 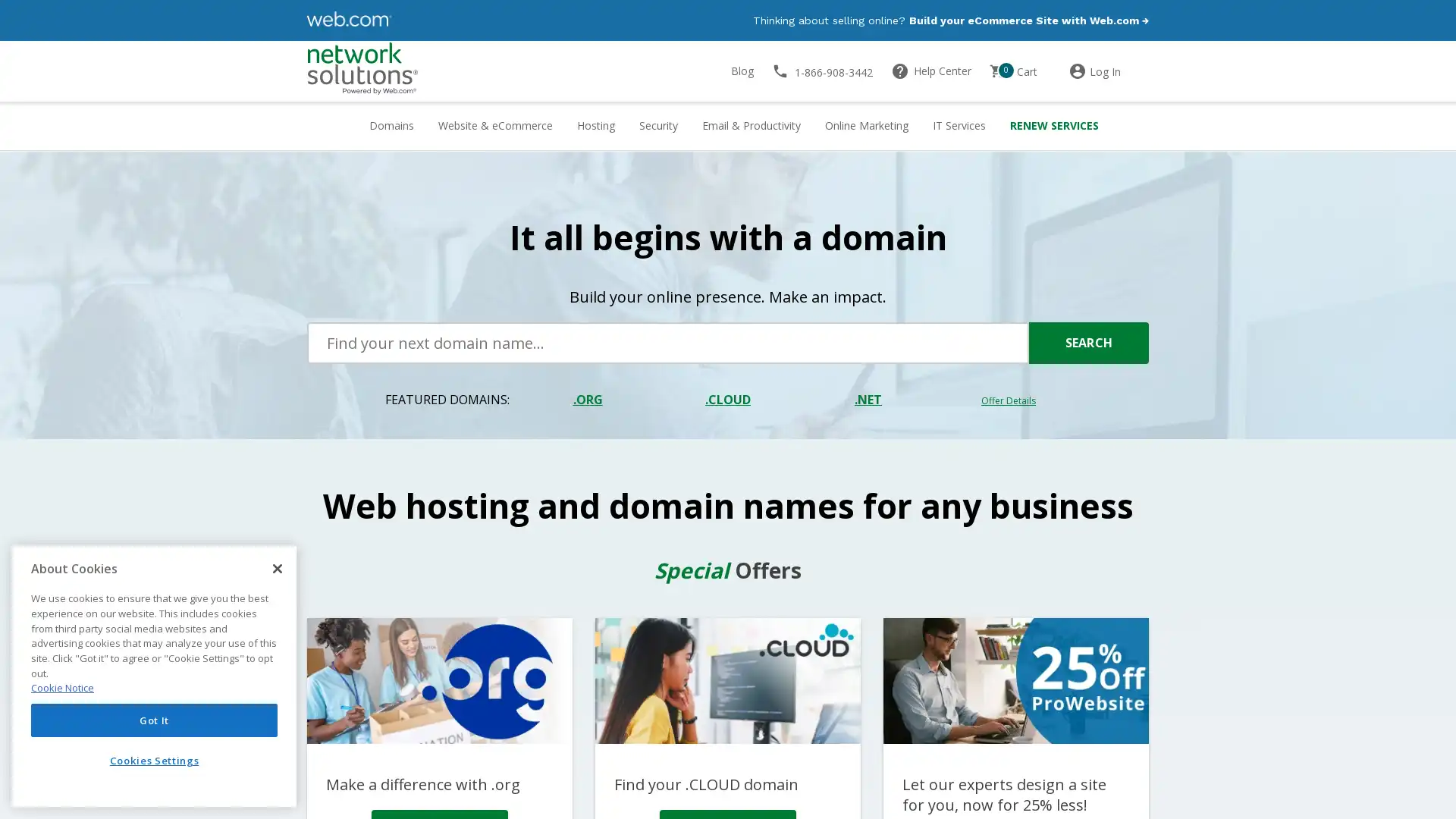 I want to click on Cookies Settings, so click(x=154, y=760).